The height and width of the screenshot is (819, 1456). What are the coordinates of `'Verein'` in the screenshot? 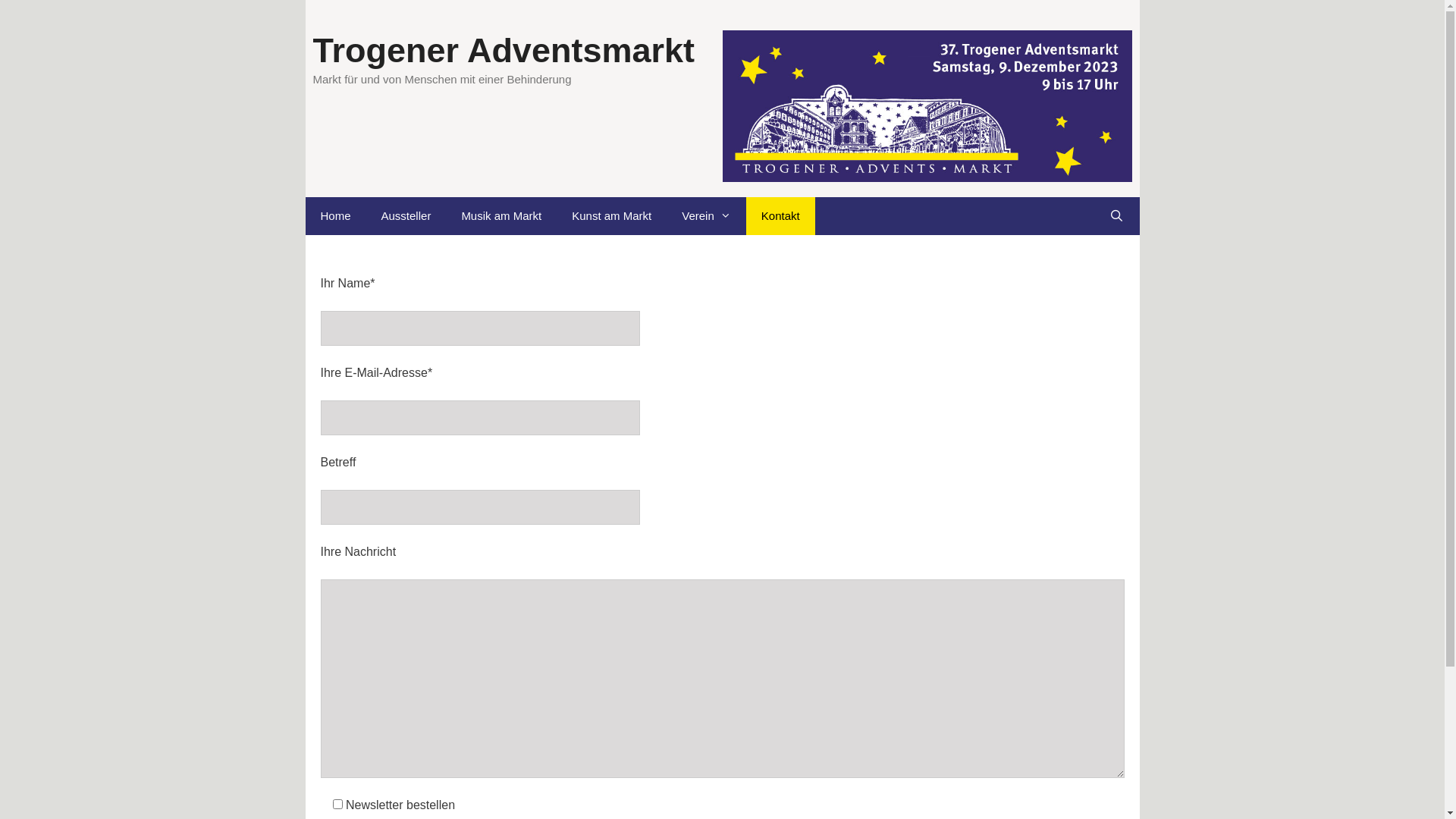 It's located at (666, 216).